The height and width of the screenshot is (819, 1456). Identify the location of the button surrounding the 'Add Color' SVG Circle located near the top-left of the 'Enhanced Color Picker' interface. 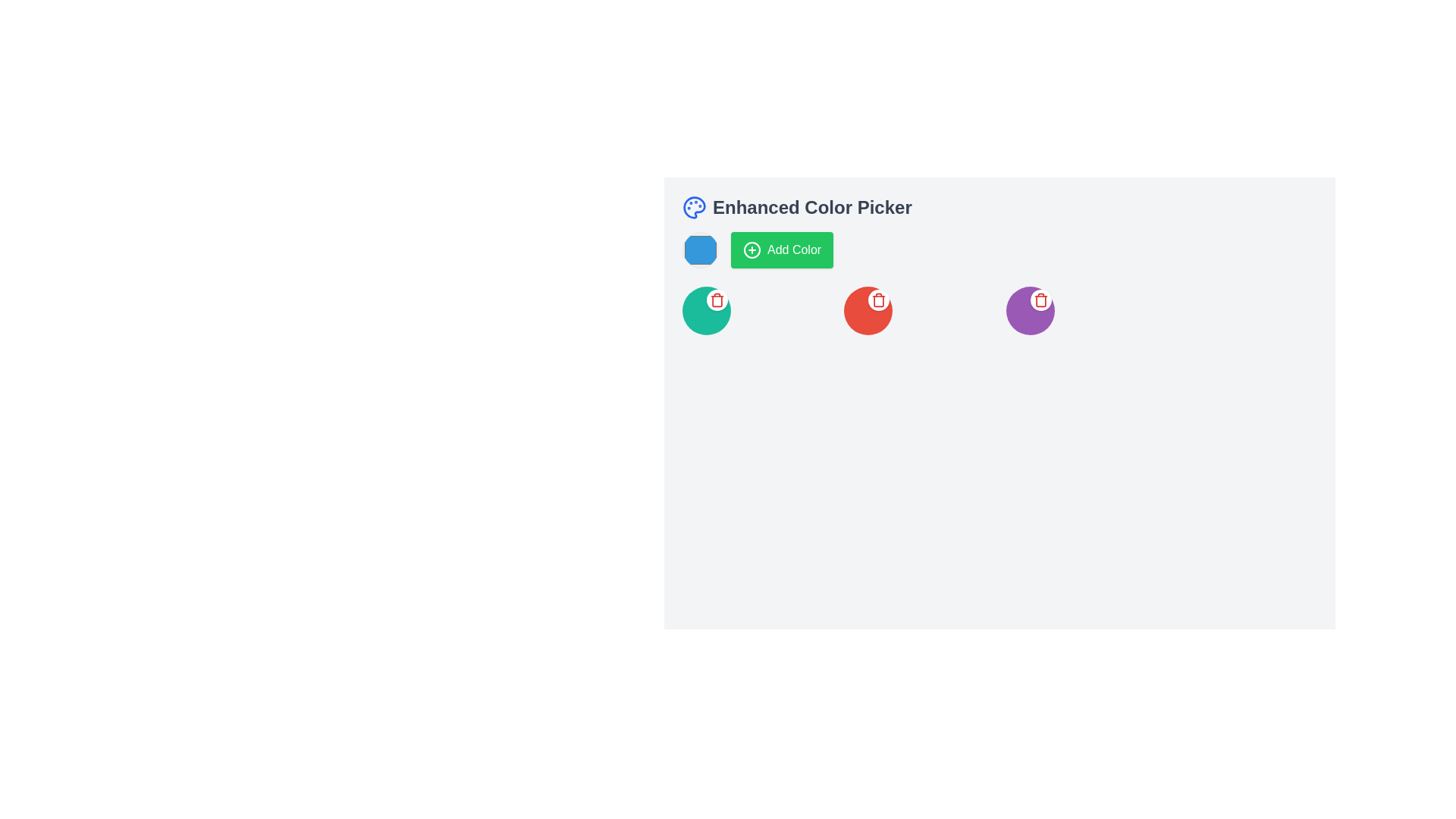
(752, 249).